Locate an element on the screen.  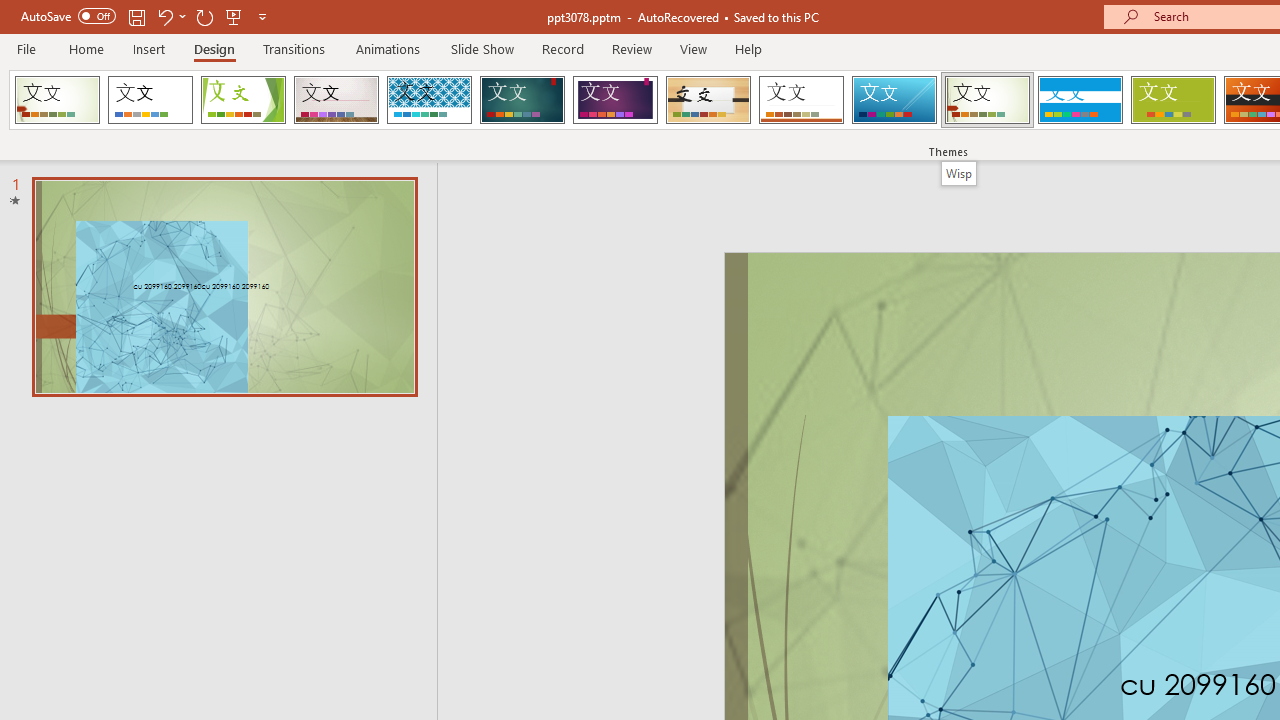
'Transitions' is located at coordinates (294, 48).